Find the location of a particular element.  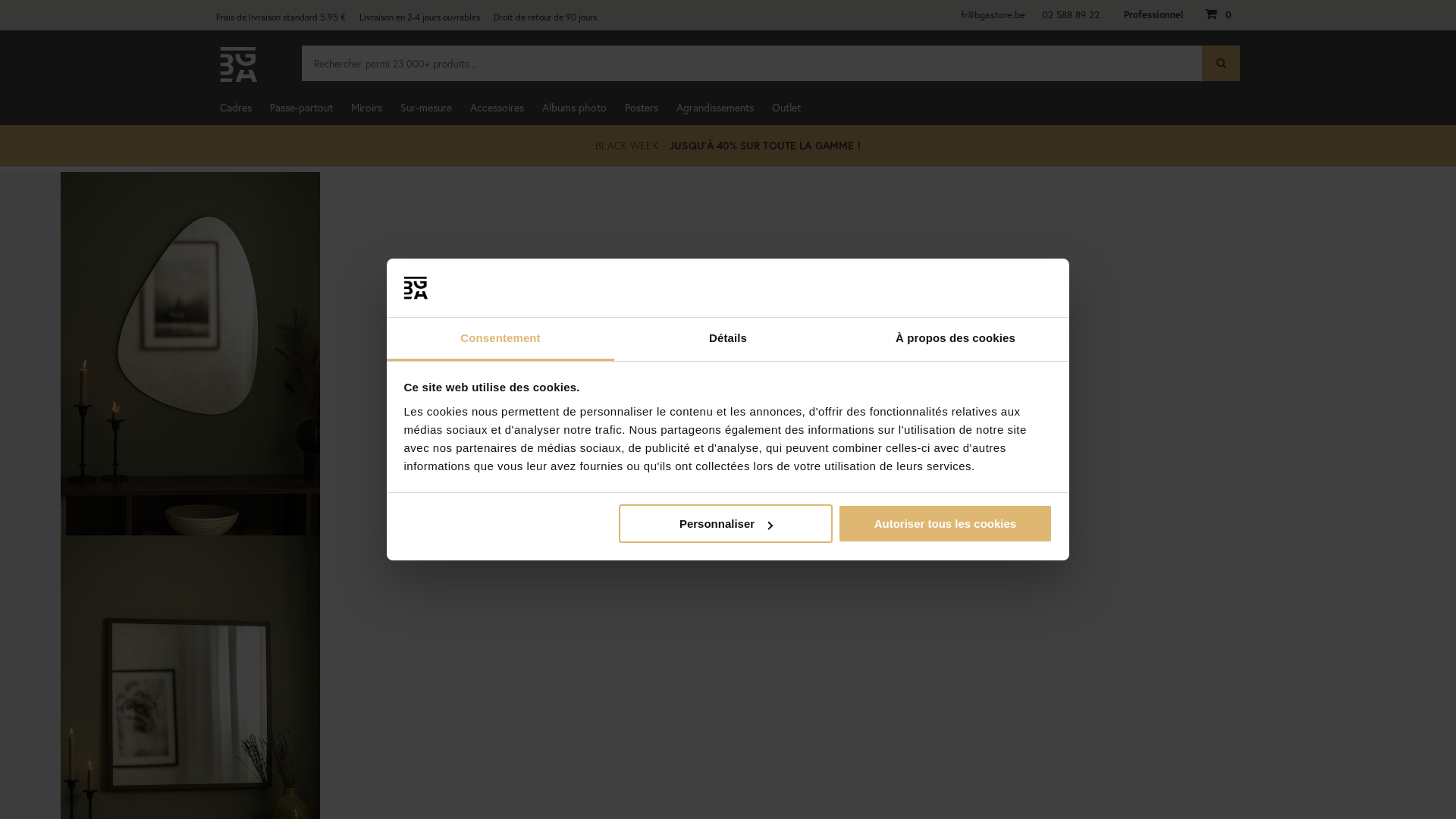

'02 588 89 22' is located at coordinates (1069, 14).